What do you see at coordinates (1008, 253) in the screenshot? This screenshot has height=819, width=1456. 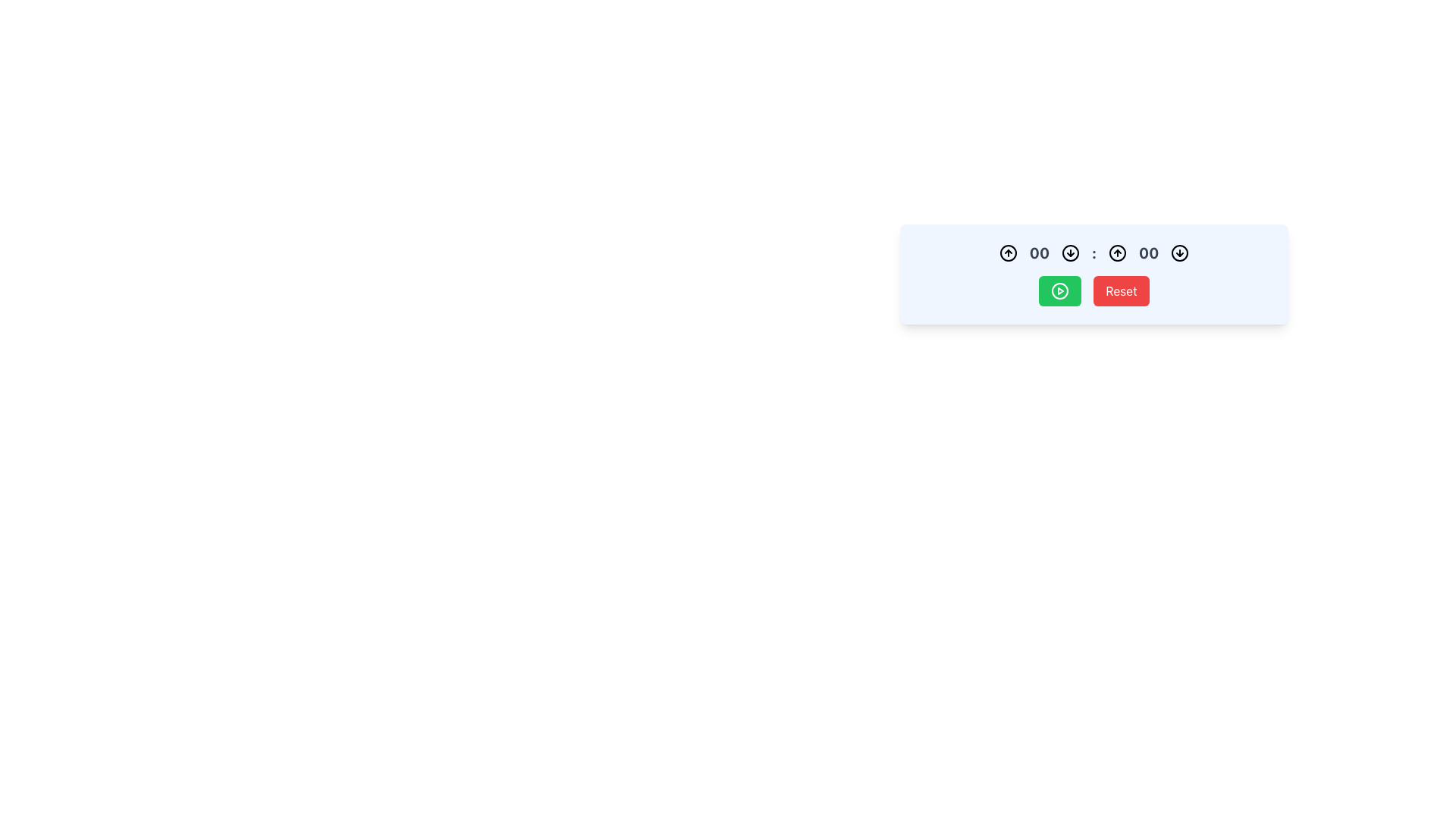 I see `the first circular button used to increment the hours in the time-setting interface` at bounding box center [1008, 253].